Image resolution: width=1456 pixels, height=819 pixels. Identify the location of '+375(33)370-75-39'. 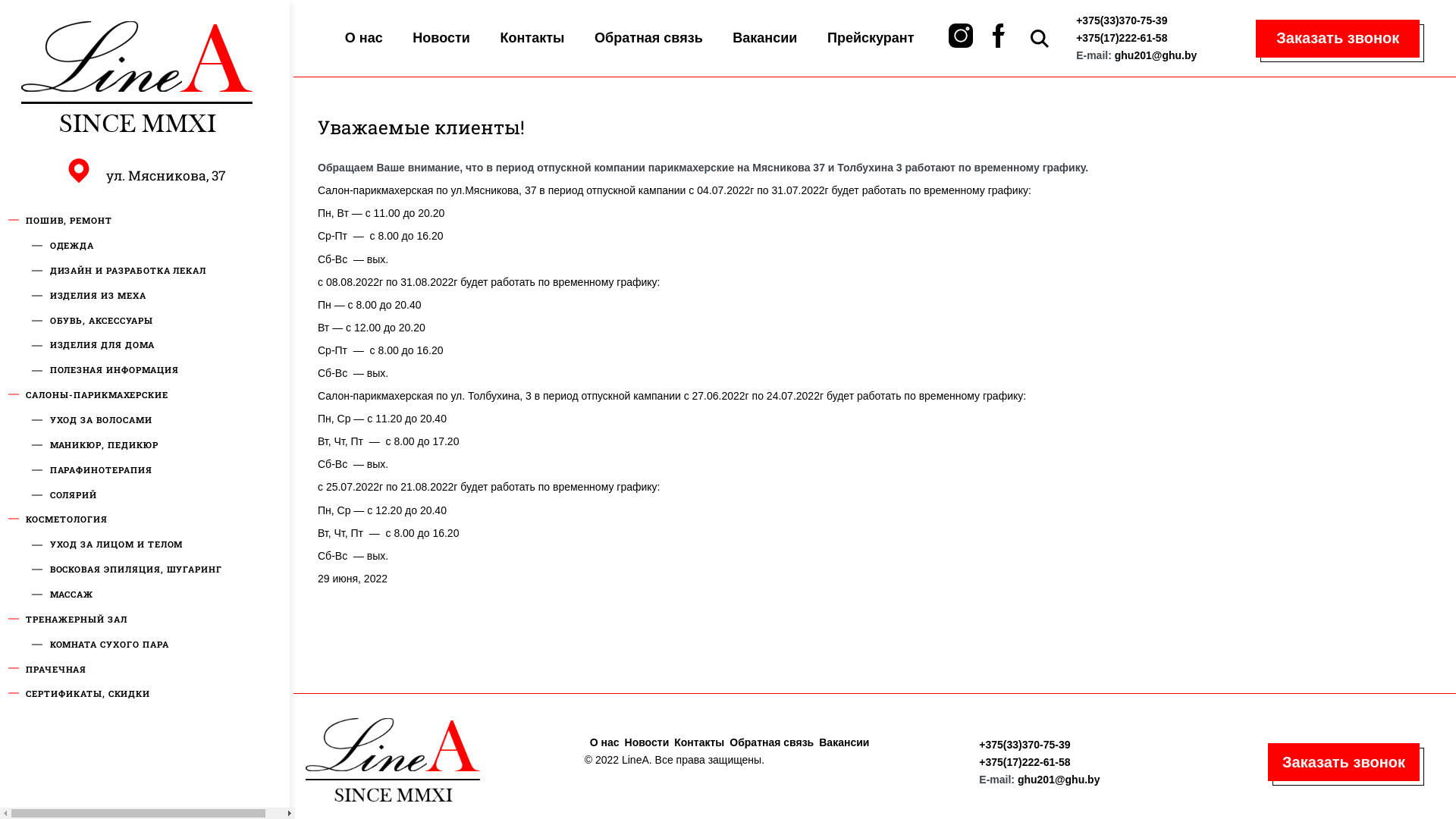
(1024, 744).